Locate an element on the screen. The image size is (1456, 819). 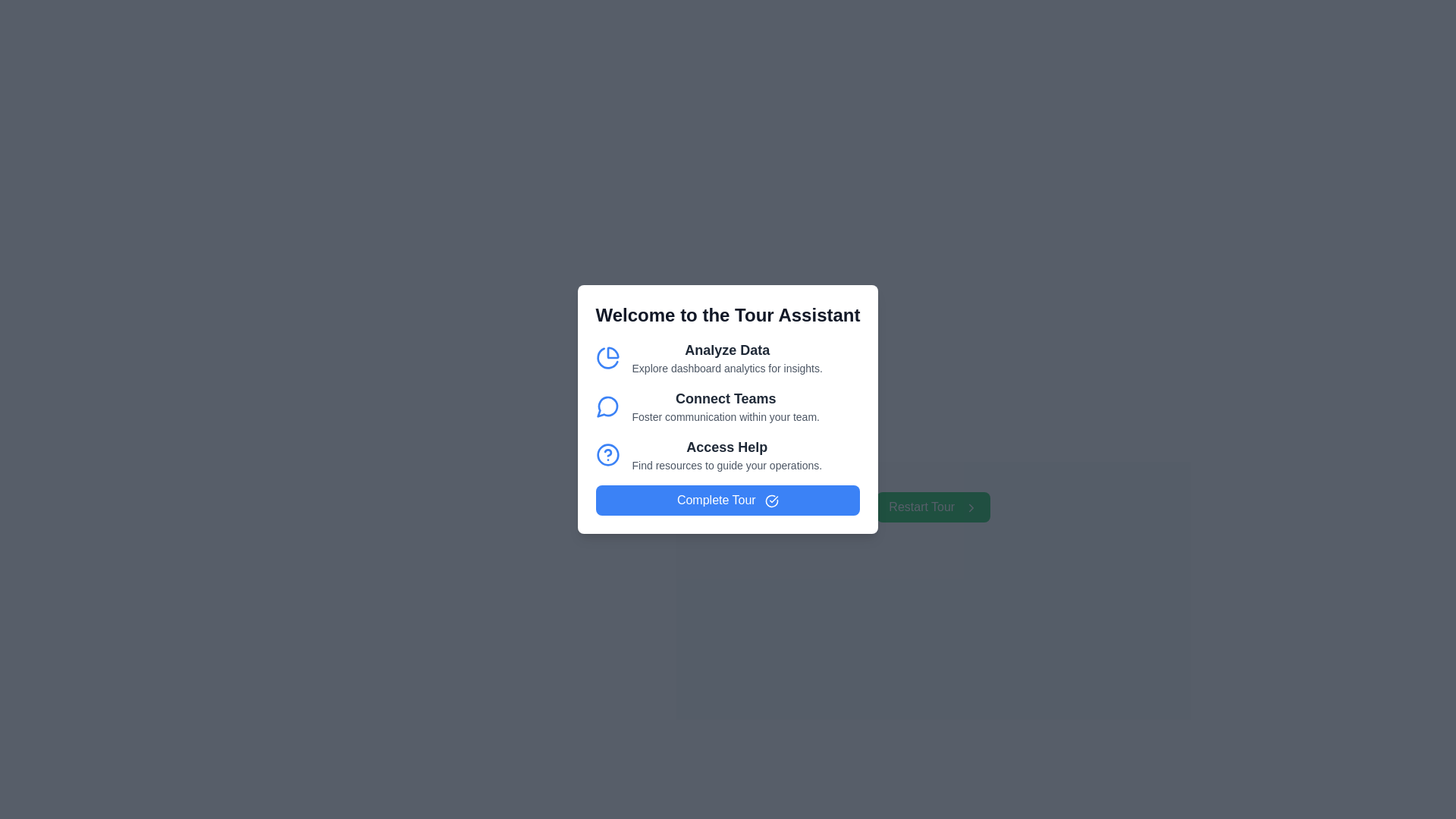
the Informational Card Item with the title 'Connect Teams' which features a blue speech balloon icon and a subtitle 'Foster communication within your team.' is located at coordinates (728, 406).